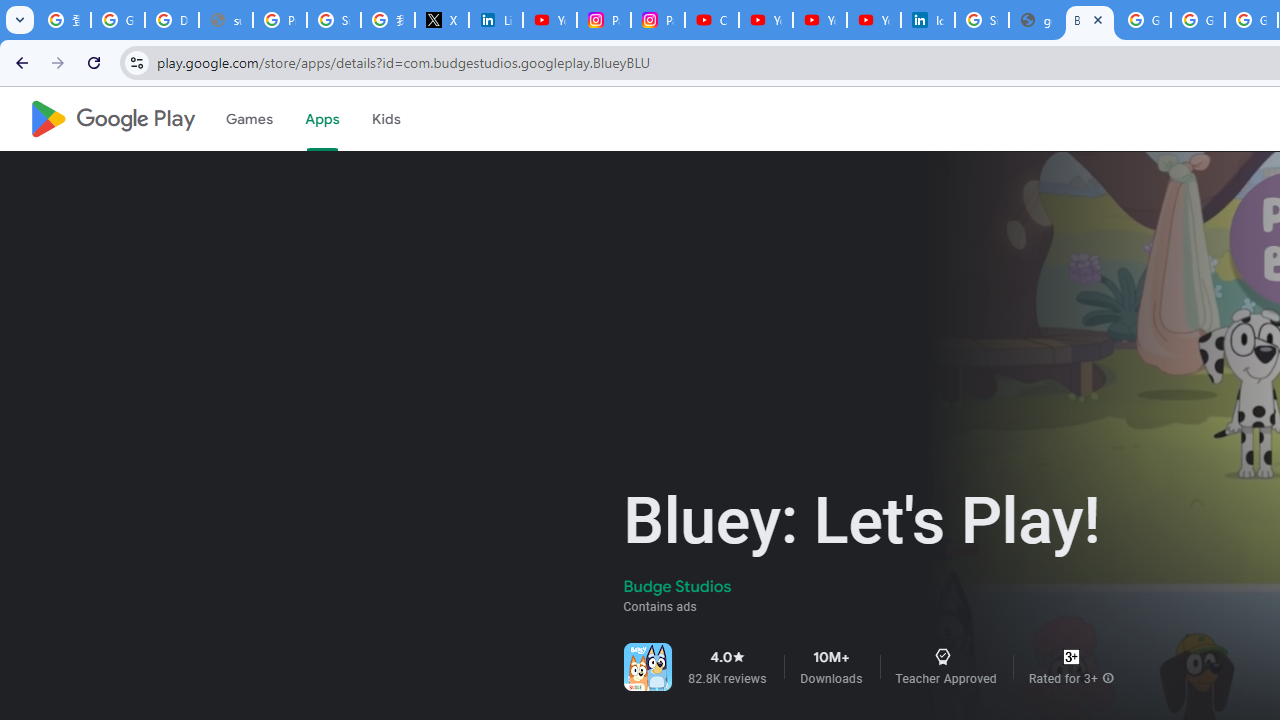 This screenshot has width=1280, height=720. What do you see at coordinates (677, 585) in the screenshot?
I see `'Budge Studios'` at bounding box center [677, 585].